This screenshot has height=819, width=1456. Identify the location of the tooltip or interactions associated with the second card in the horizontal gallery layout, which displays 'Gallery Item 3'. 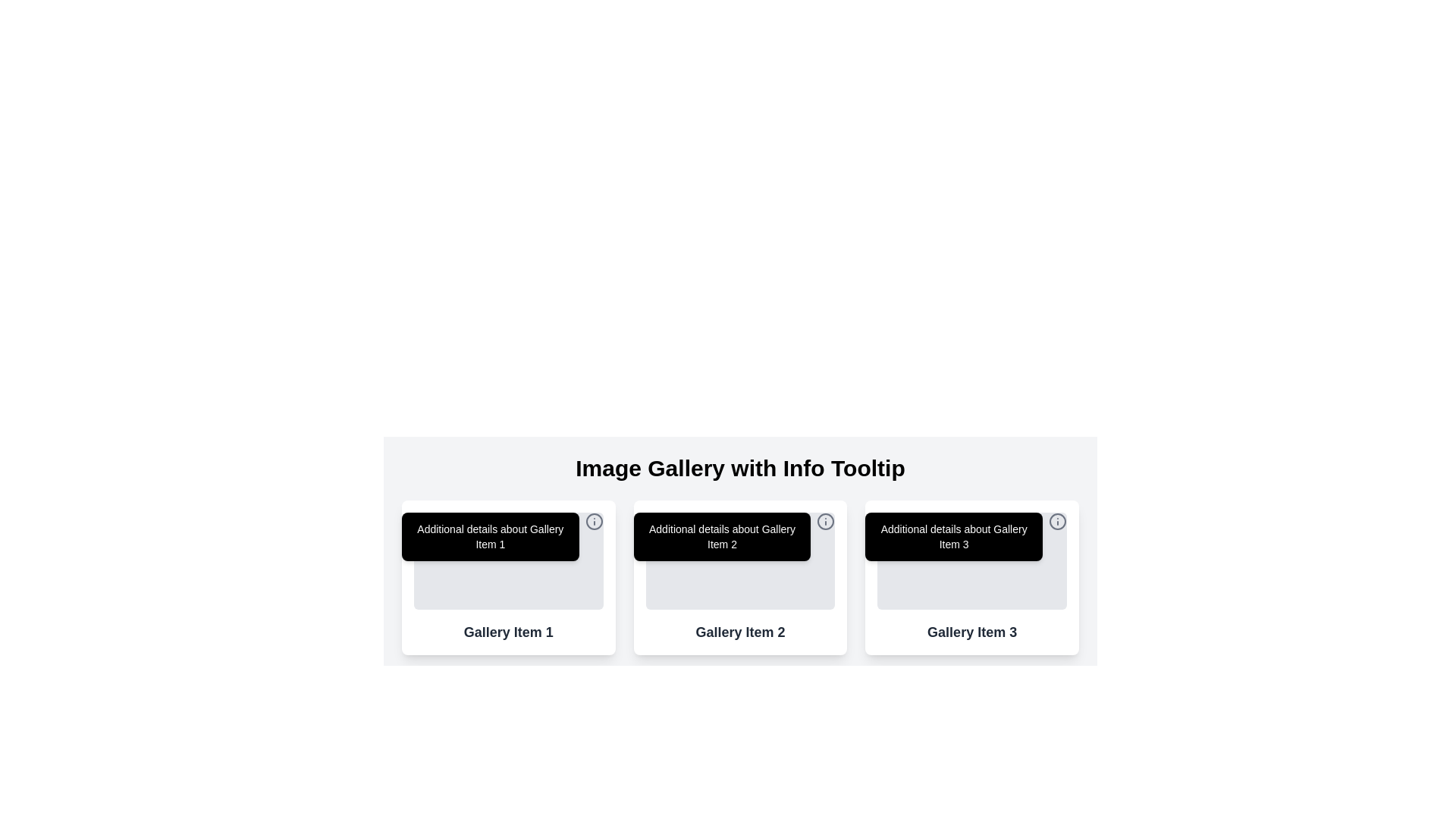
(740, 578).